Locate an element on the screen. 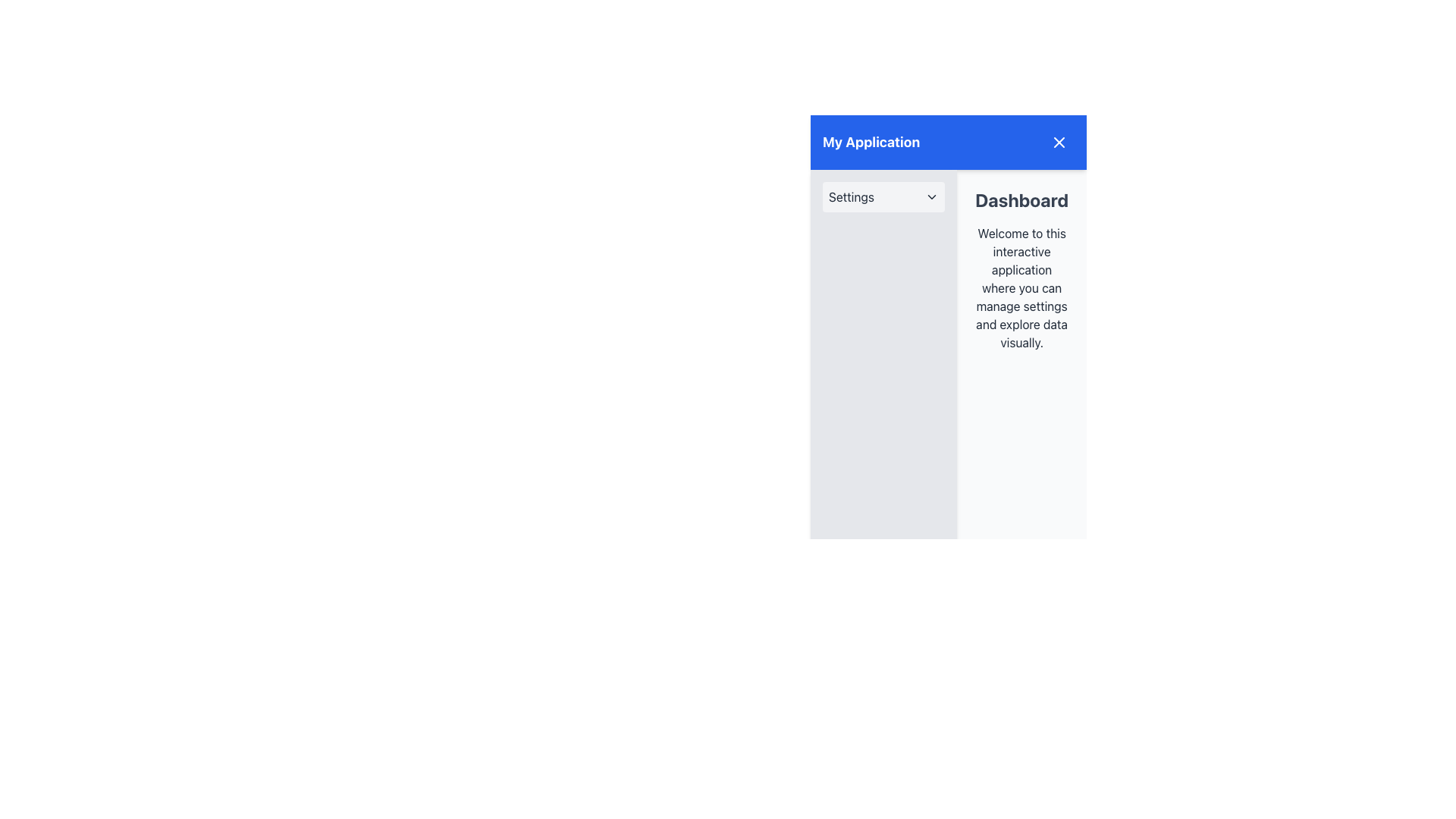  the small blue button with a white 'X' mark located at the top-right corner of the header bar in the application is located at coordinates (1058, 143).